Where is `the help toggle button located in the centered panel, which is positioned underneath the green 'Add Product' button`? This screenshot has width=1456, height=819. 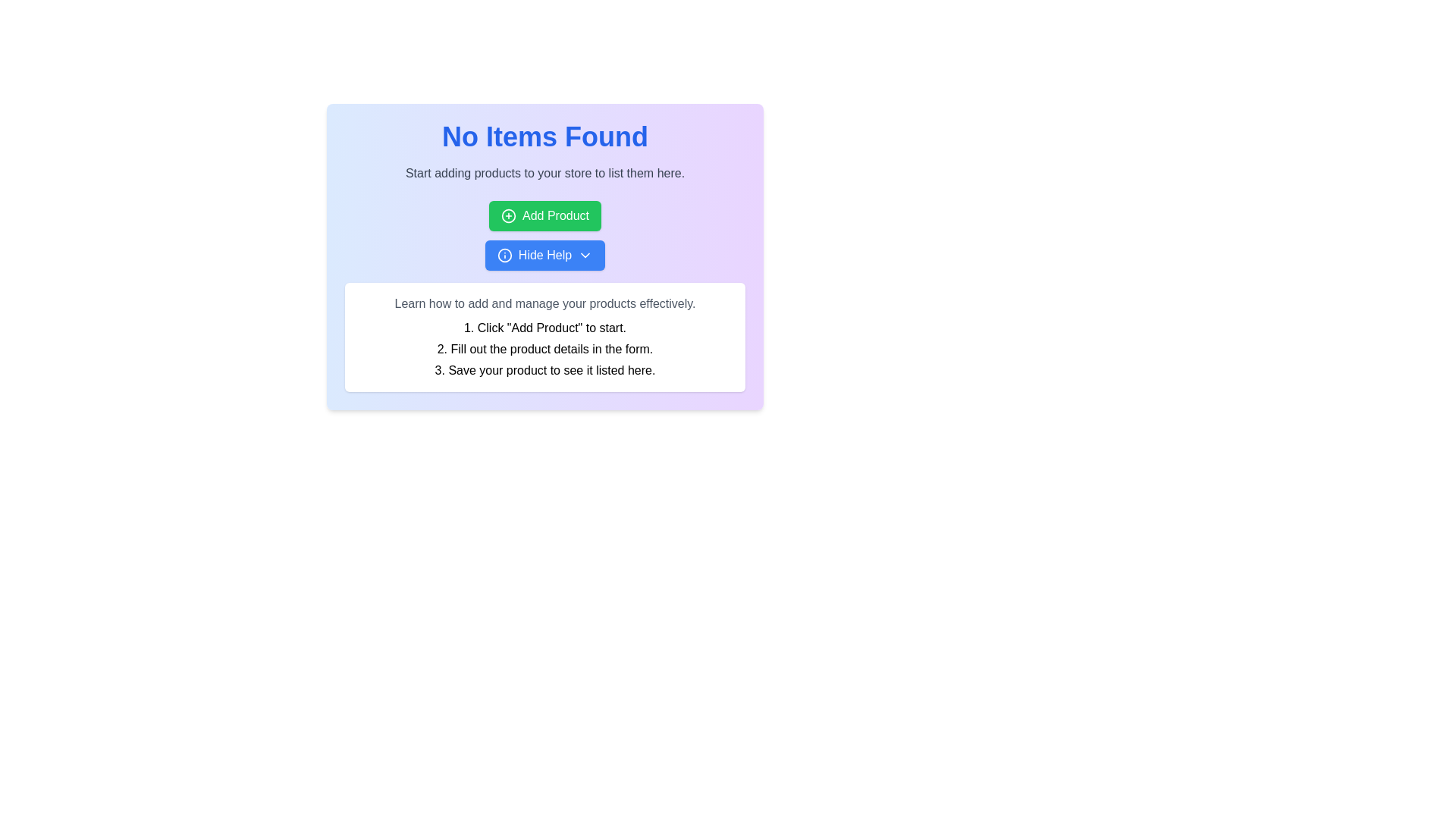
the help toggle button located in the centered panel, which is positioned underneath the green 'Add Product' button is located at coordinates (545, 254).